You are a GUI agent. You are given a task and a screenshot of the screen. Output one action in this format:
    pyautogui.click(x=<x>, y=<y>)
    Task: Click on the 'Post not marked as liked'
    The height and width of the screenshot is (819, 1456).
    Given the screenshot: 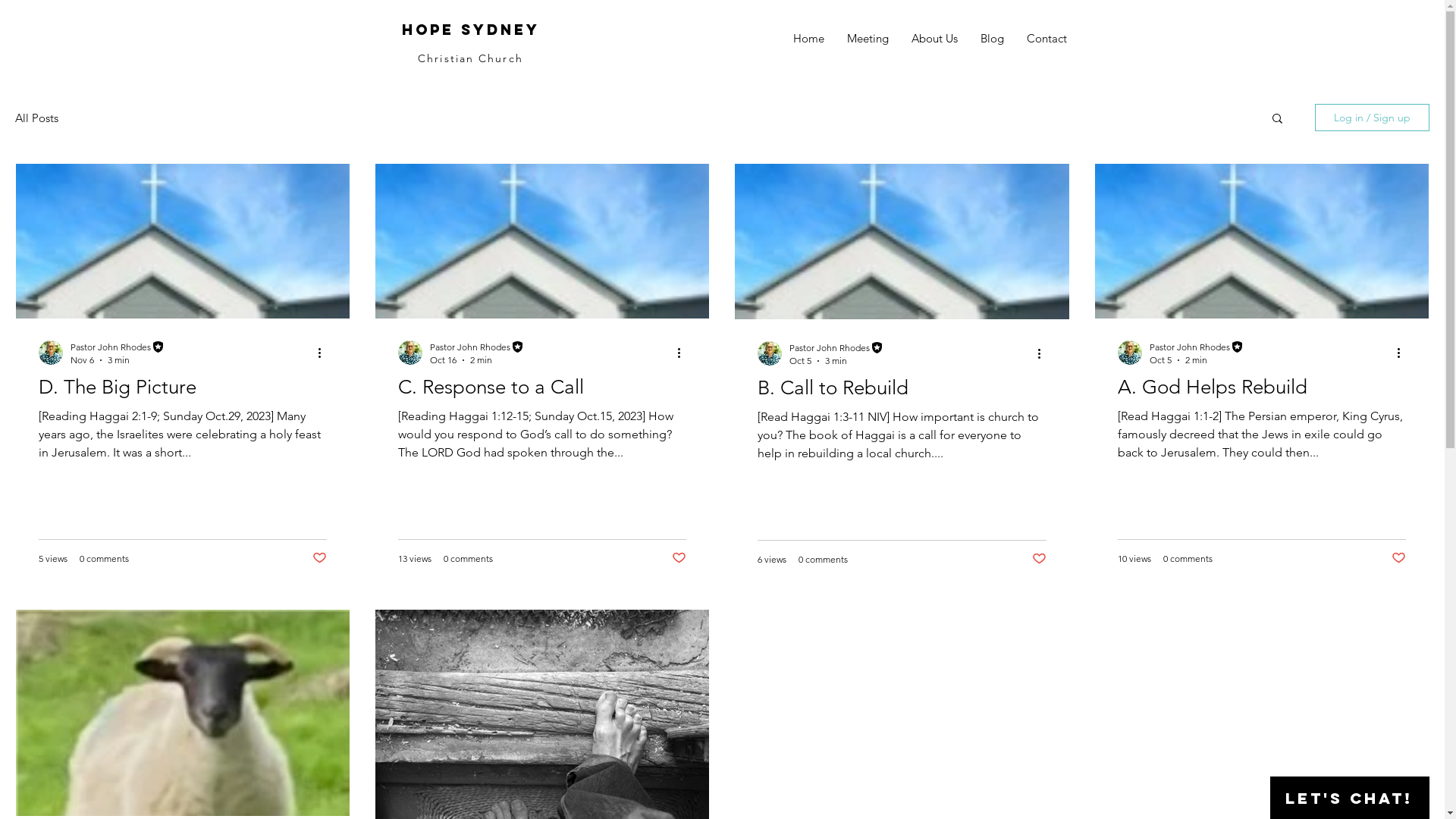 What is the action you would take?
    pyautogui.click(x=678, y=558)
    